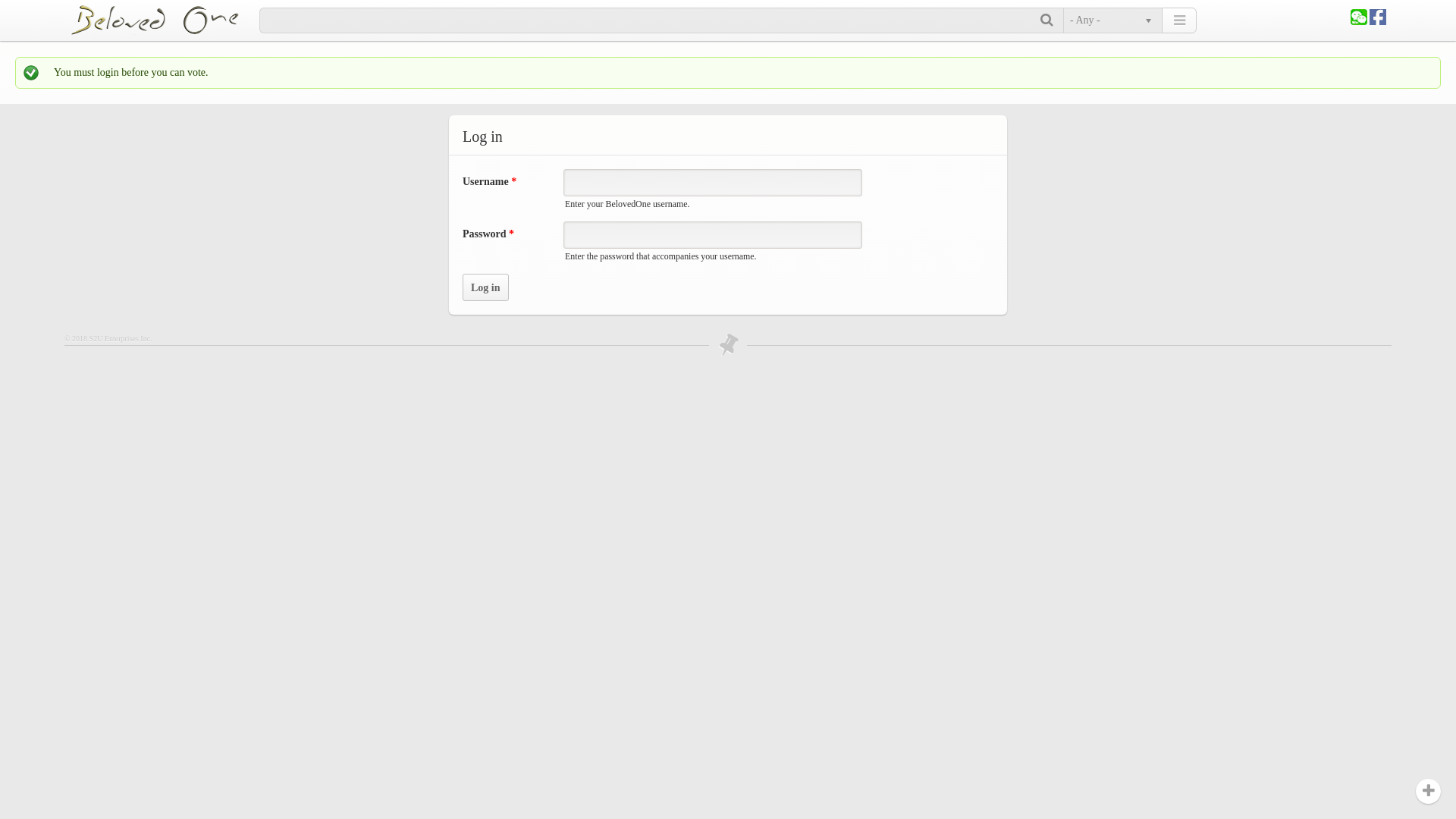 The width and height of the screenshot is (1456, 819). What do you see at coordinates (164, 20) in the screenshot?
I see `'BelovedOne'` at bounding box center [164, 20].